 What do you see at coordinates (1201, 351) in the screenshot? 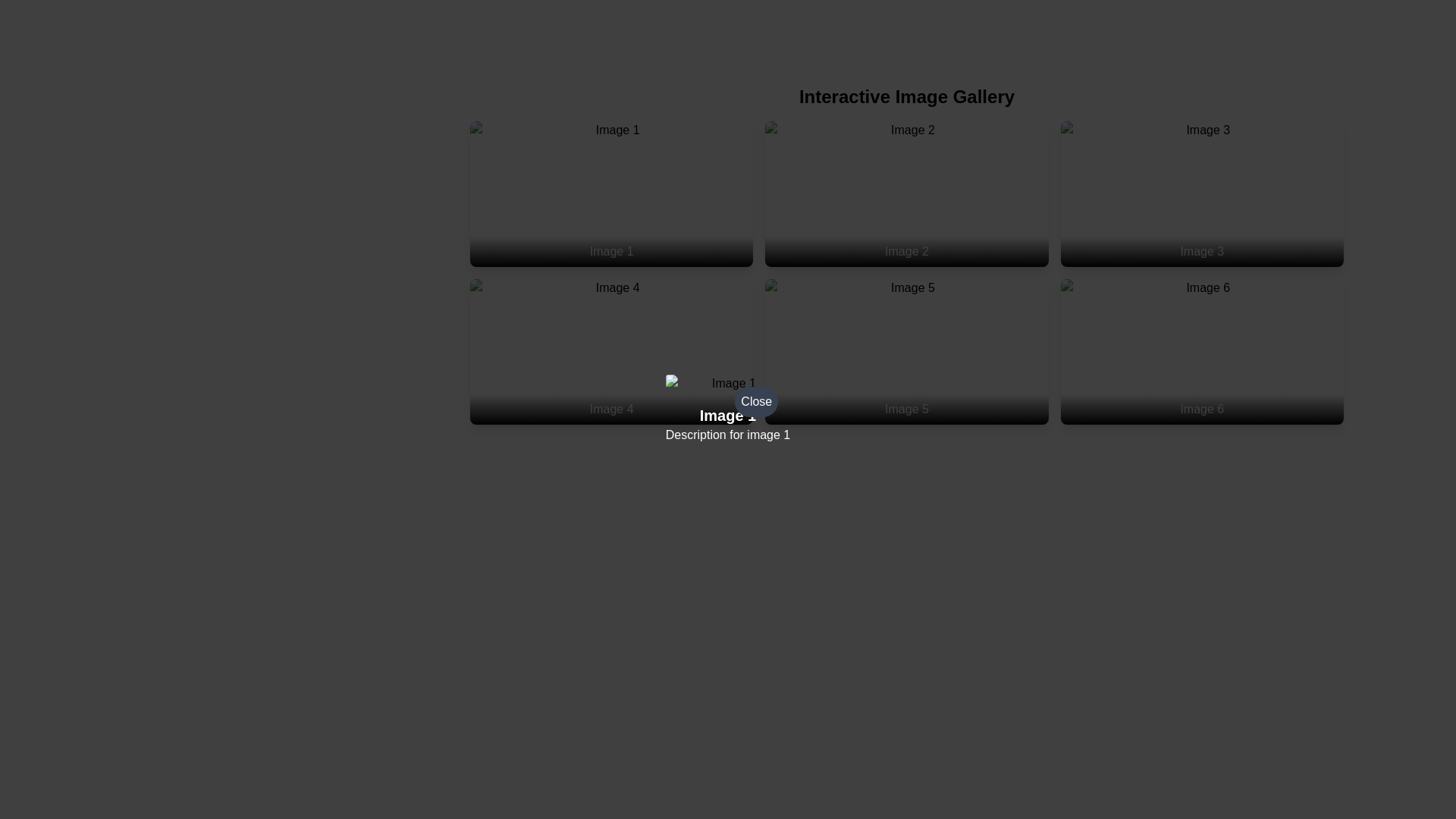
I see `the Interactive Image Card that displays 'Image 6' in the lower-right corner of the grid layout` at bounding box center [1201, 351].